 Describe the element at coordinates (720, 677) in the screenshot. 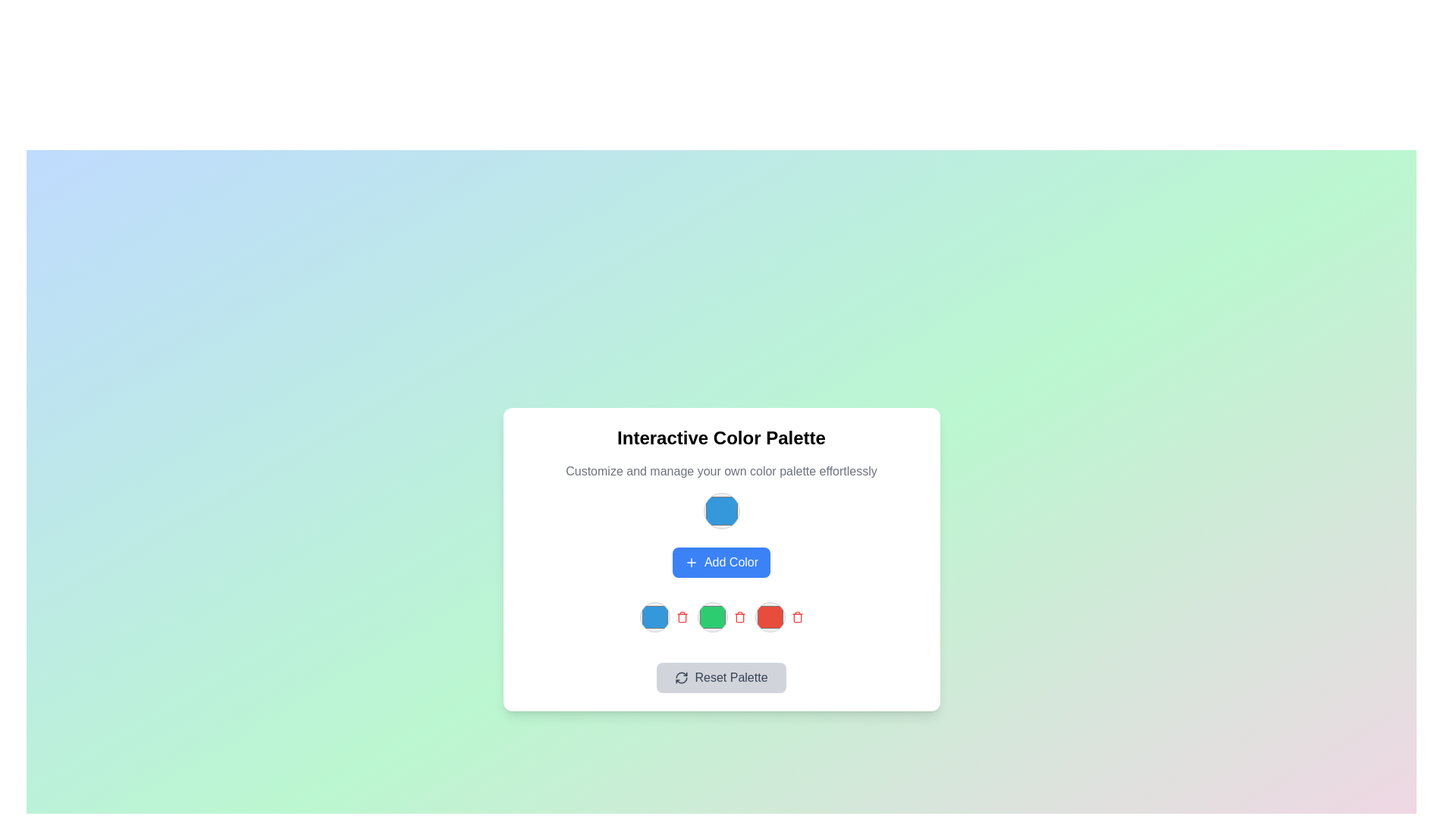

I see `the reset button with an embedded icon located at the bottom of the color palette card to revert the palette to its default state` at that location.